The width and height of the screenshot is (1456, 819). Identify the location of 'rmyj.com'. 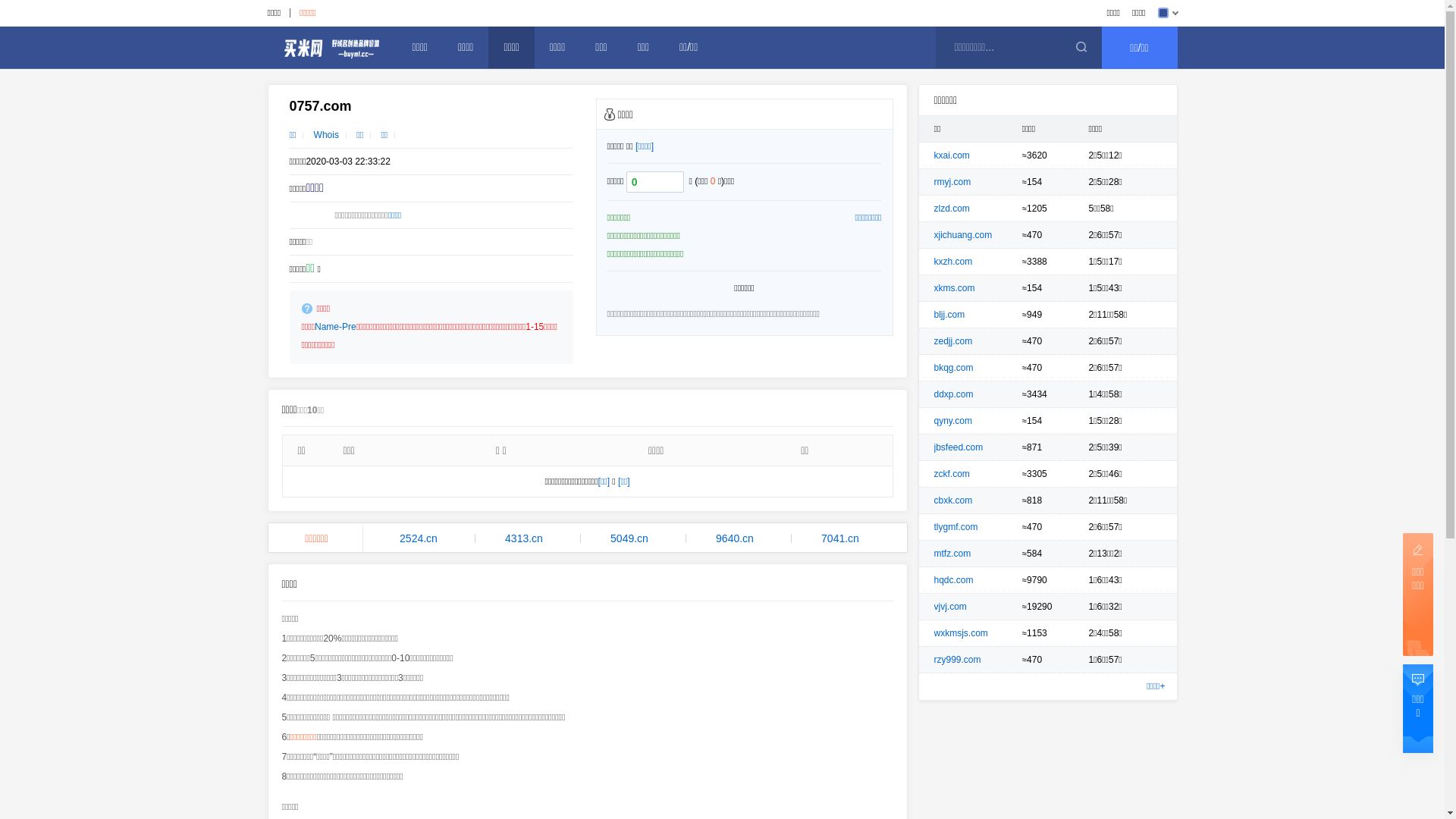
(934, 180).